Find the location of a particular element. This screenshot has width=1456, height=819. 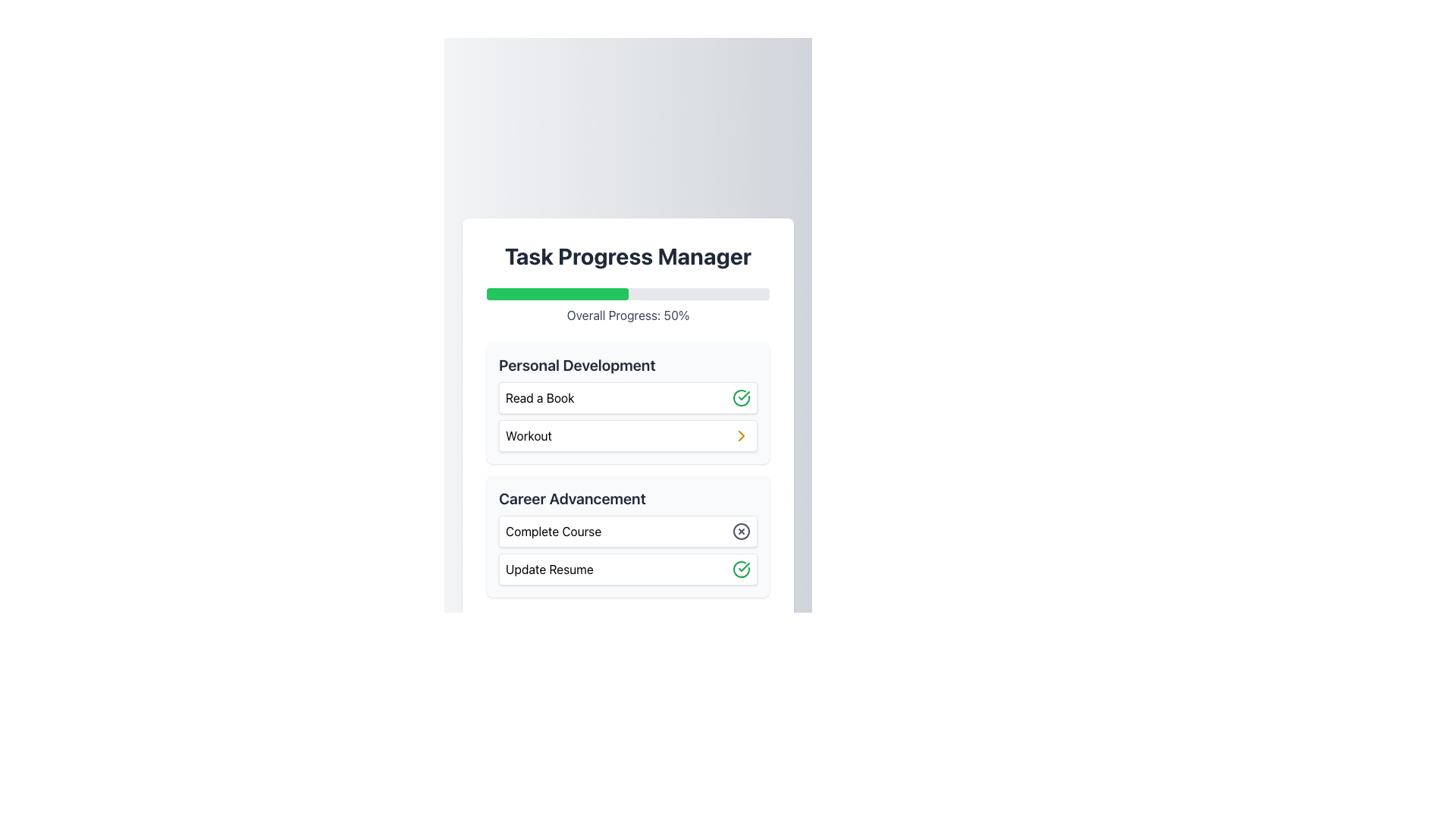

the check mark vector graphic within the 'Update Resume' section of the 'Career Advancement' interface for inspection is located at coordinates (744, 394).